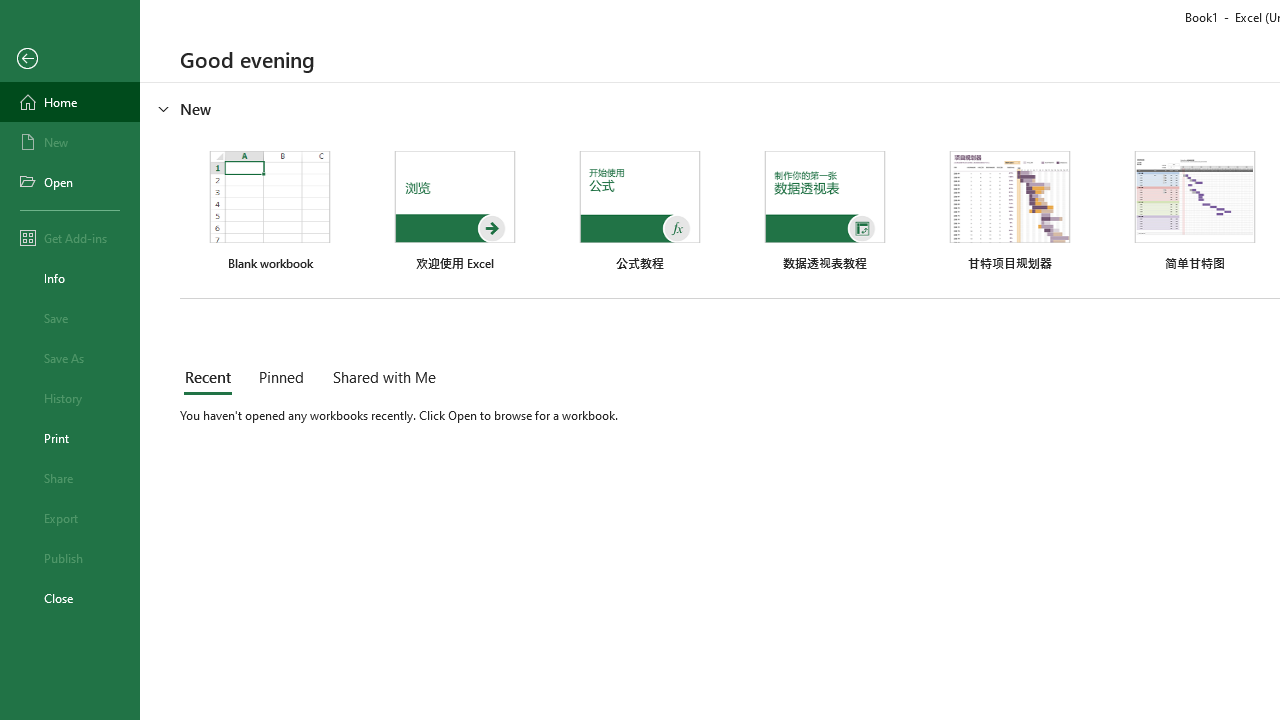  Describe the element at coordinates (380, 379) in the screenshot. I see `'Shared with Me'` at that location.